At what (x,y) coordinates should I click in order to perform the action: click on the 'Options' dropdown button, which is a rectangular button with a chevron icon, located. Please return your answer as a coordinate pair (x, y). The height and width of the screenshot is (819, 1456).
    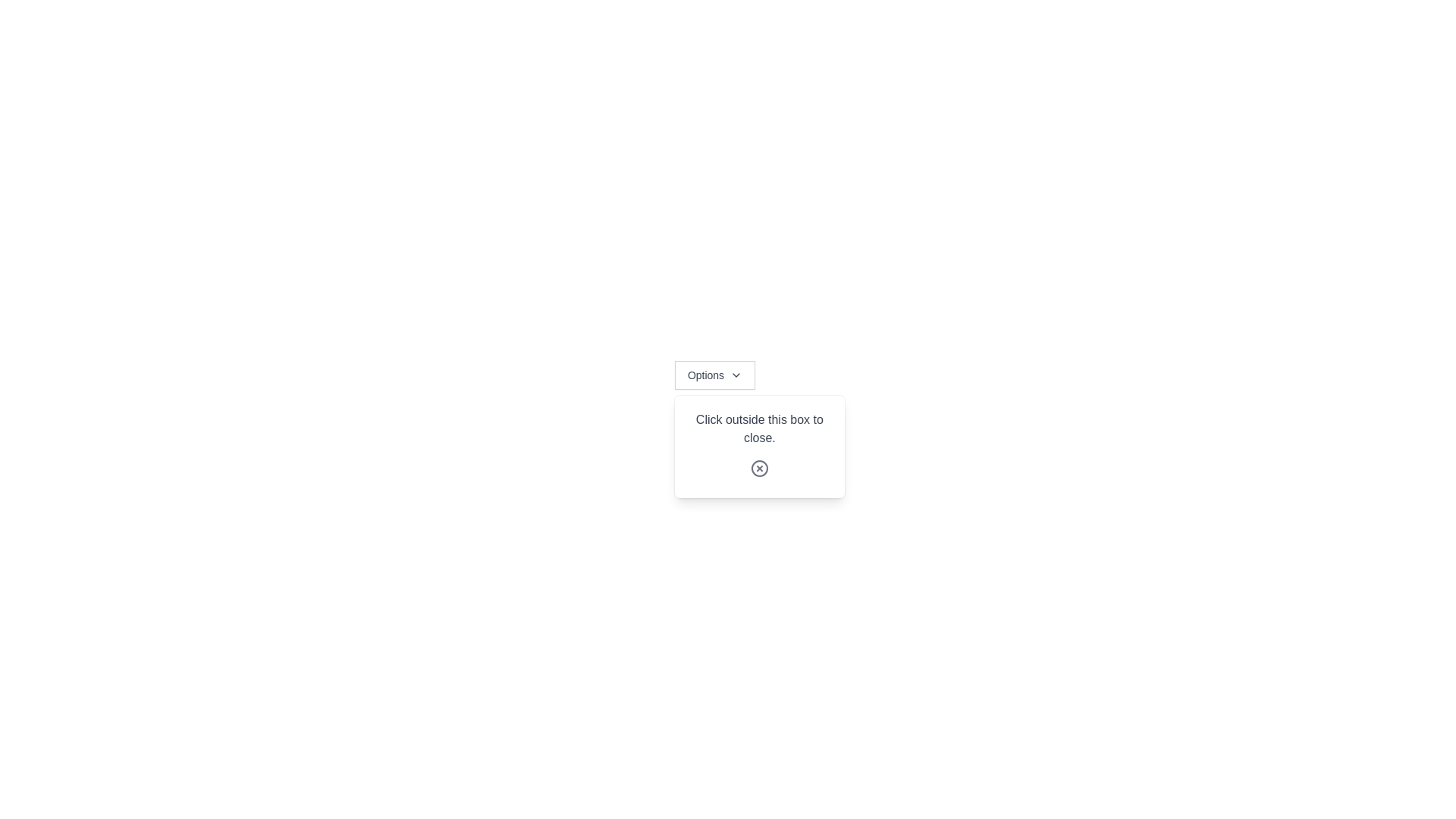
    Looking at the image, I should click on (714, 375).